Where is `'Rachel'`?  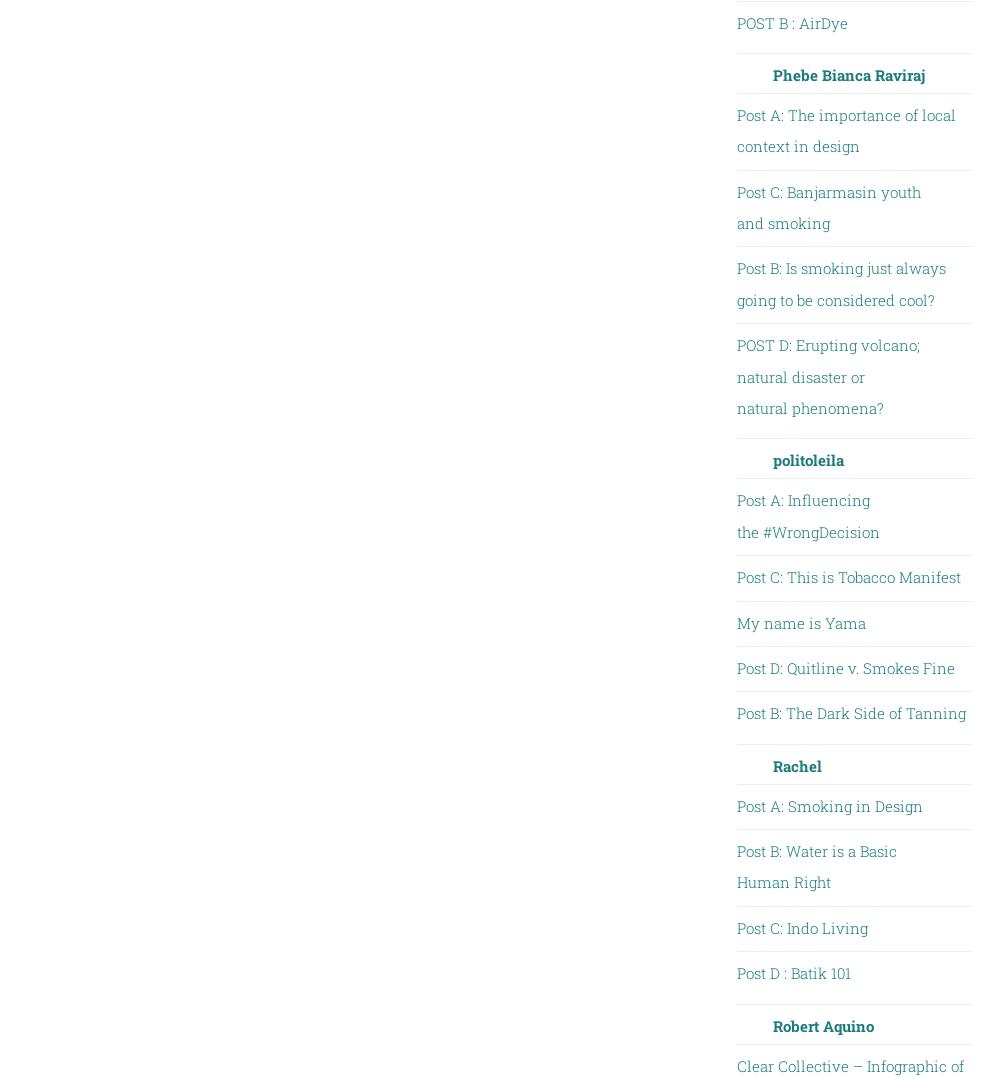 'Rachel' is located at coordinates (796, 764).